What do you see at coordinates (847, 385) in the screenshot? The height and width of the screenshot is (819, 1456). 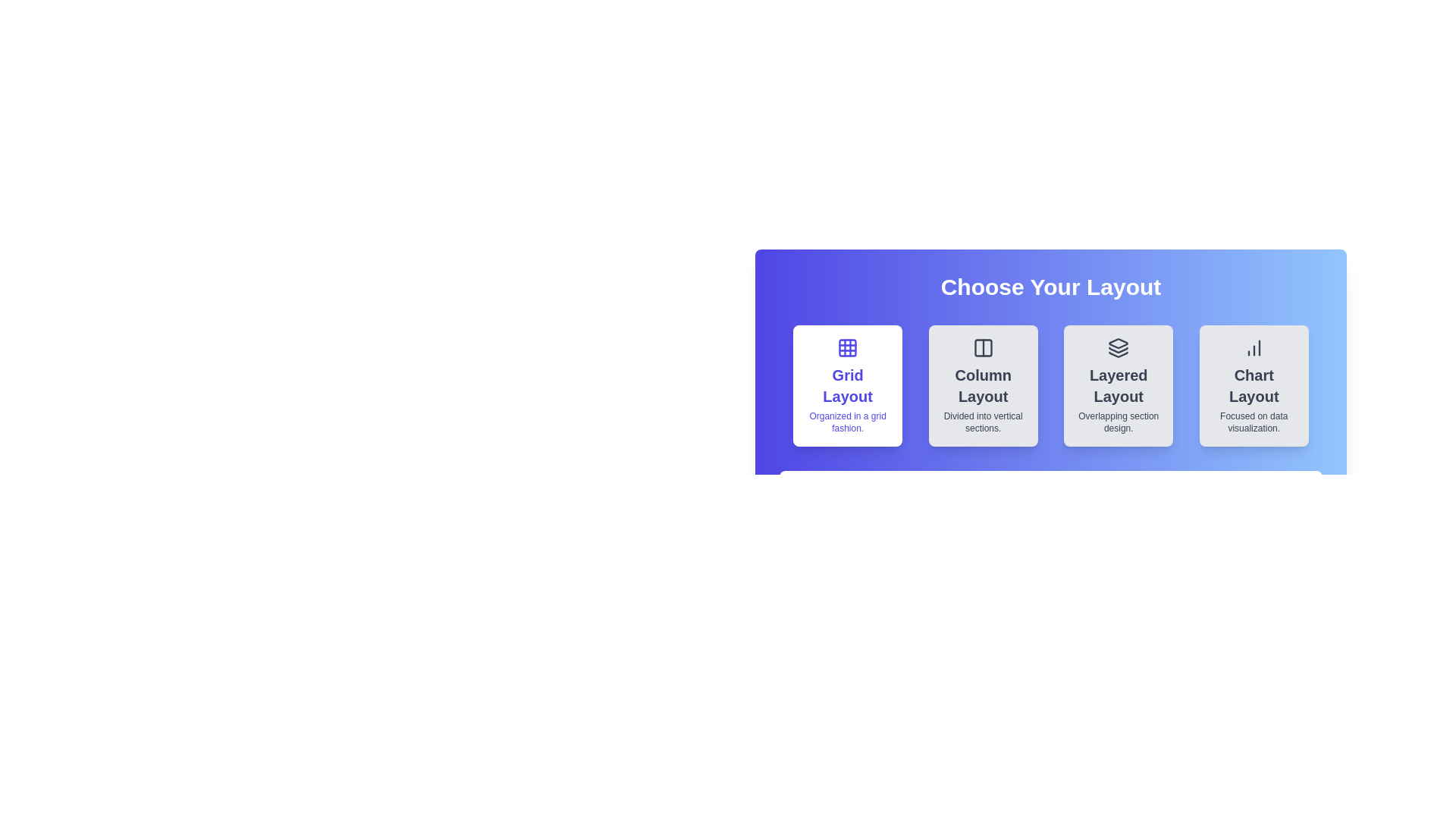 I see `the layout button corresponding to Grid Layout` at bounding box center [847, 385].